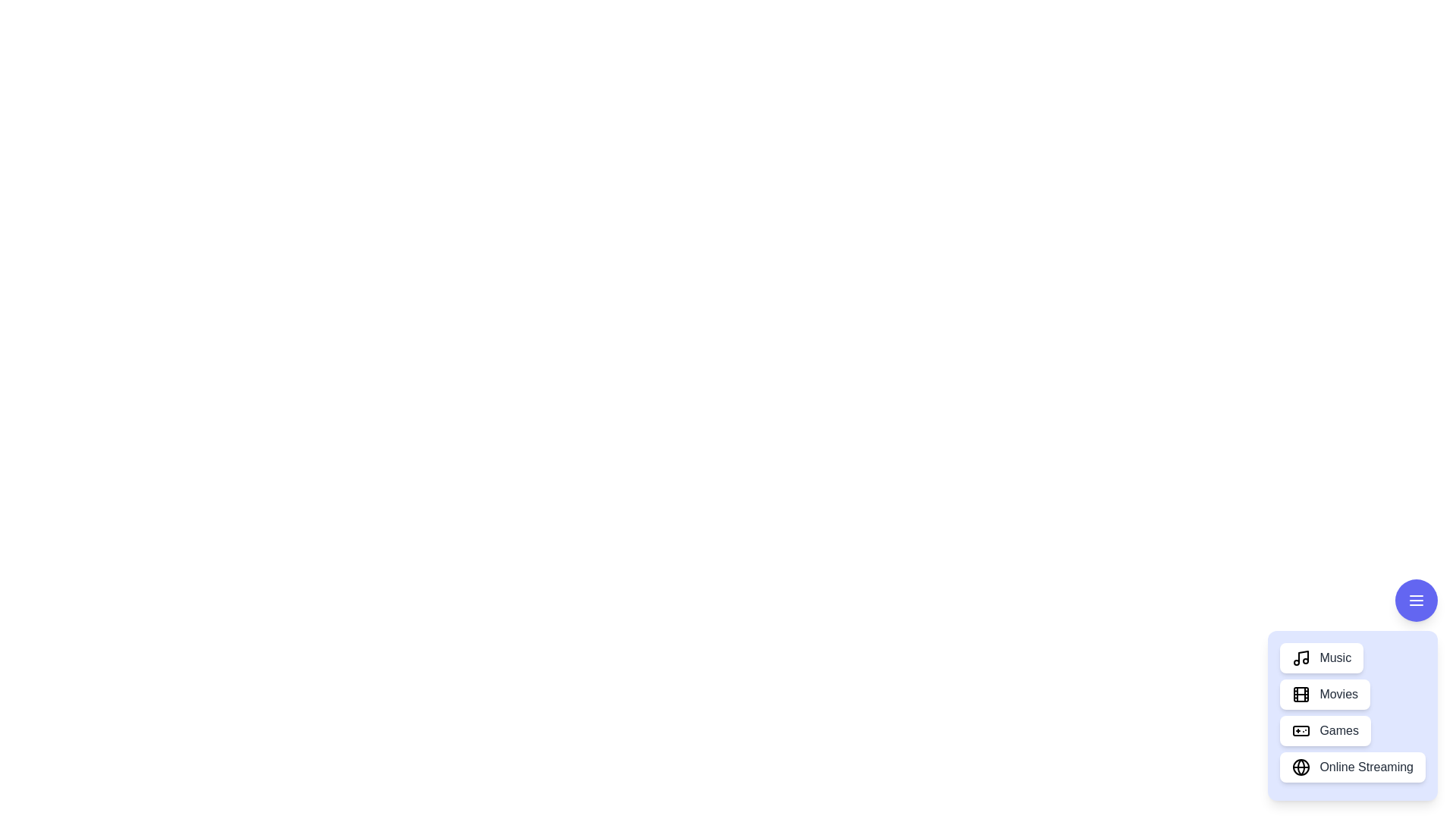 Image resolution: width=1456 pixels, height=819 pixels. What do you see at coordinates (1324, 694) in the screenshot?
I see `the 'Movies' button` at bounding box center [1324, 694].